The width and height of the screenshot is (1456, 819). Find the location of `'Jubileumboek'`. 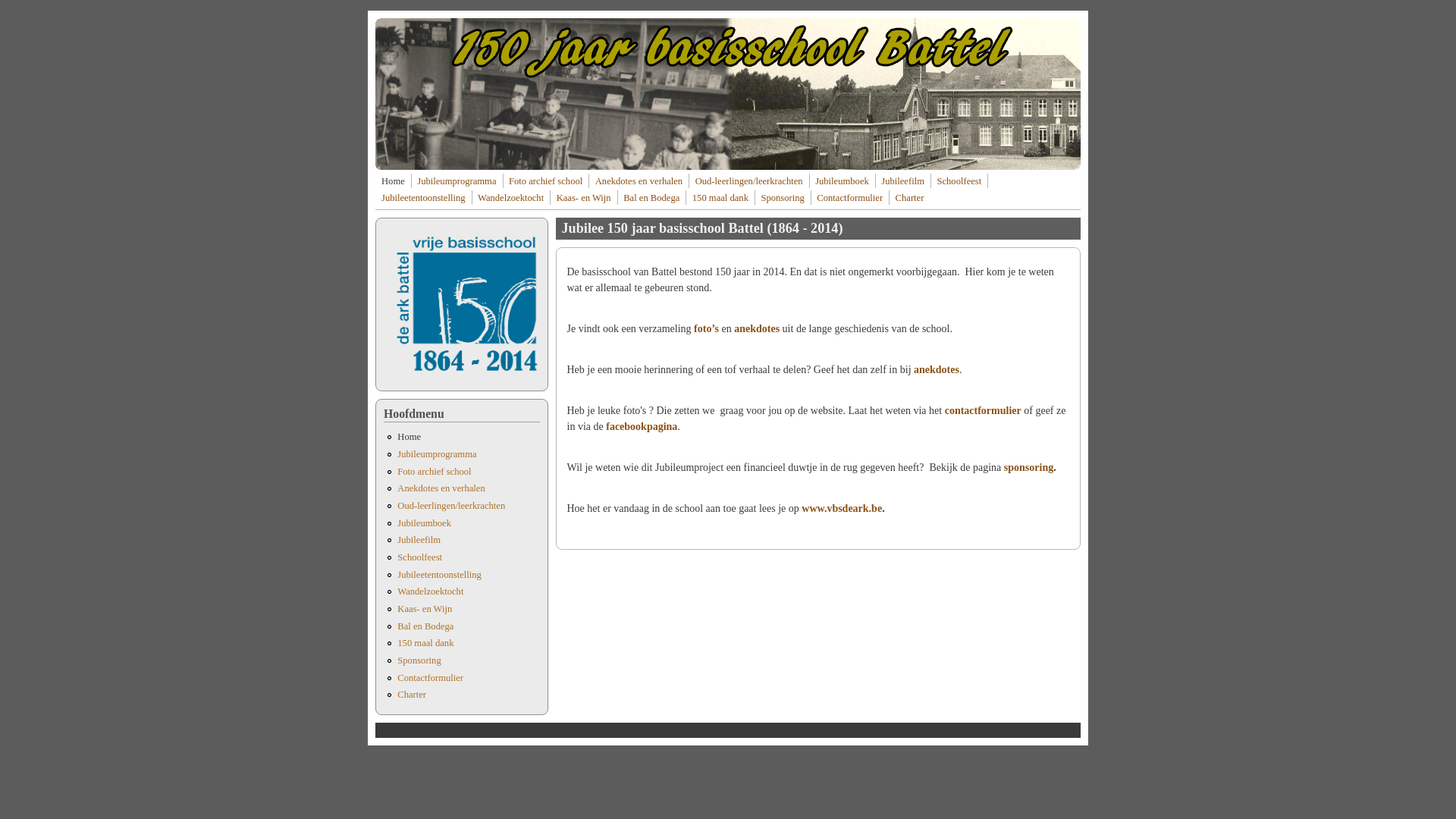

'Jubileumboek' is located at coordinates (841, 180).